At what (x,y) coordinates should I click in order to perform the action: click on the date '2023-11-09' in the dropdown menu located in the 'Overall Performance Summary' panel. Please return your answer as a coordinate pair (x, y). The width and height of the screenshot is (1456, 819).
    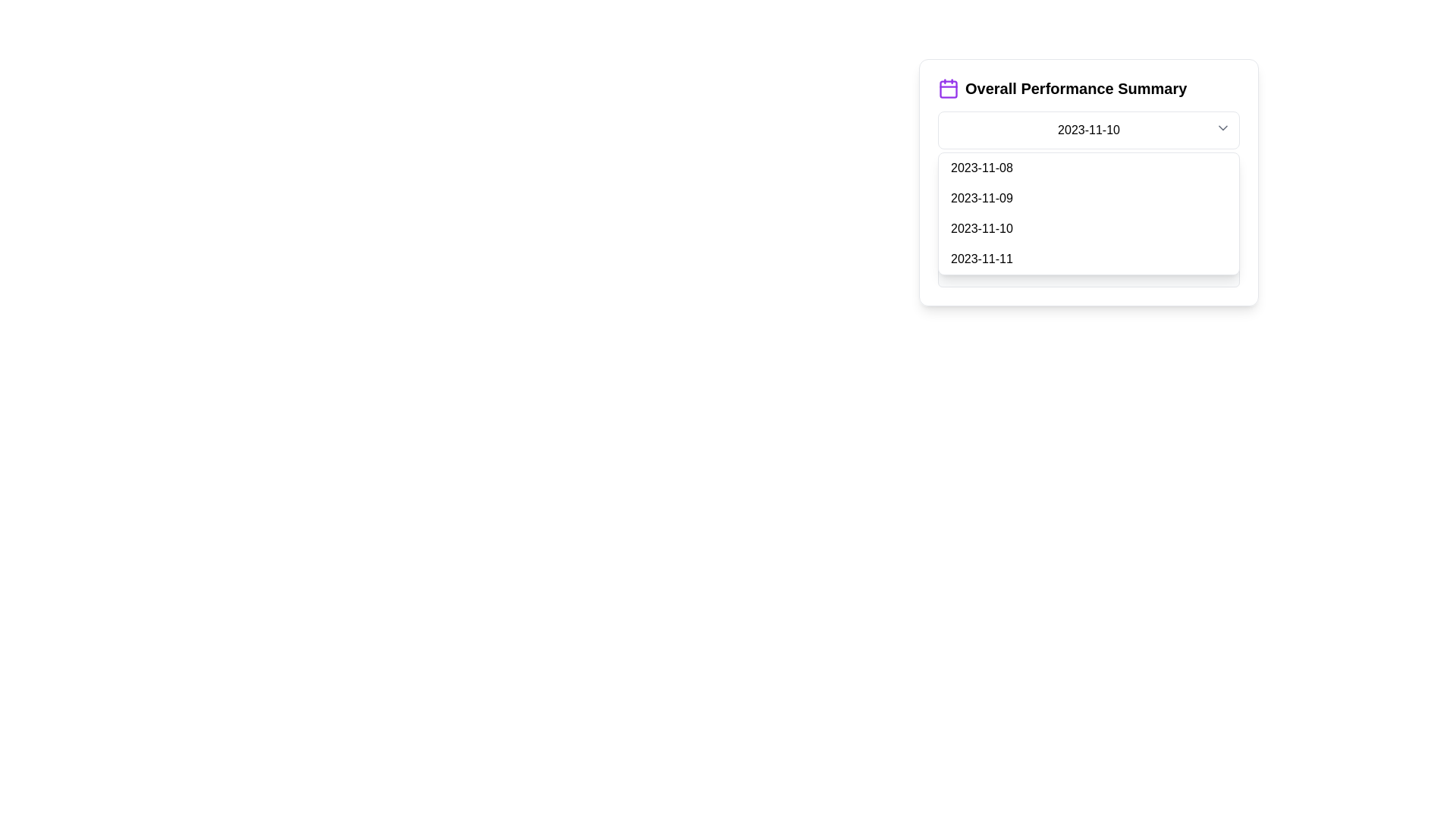
    Looking at the image, I should click on (1087, 197).